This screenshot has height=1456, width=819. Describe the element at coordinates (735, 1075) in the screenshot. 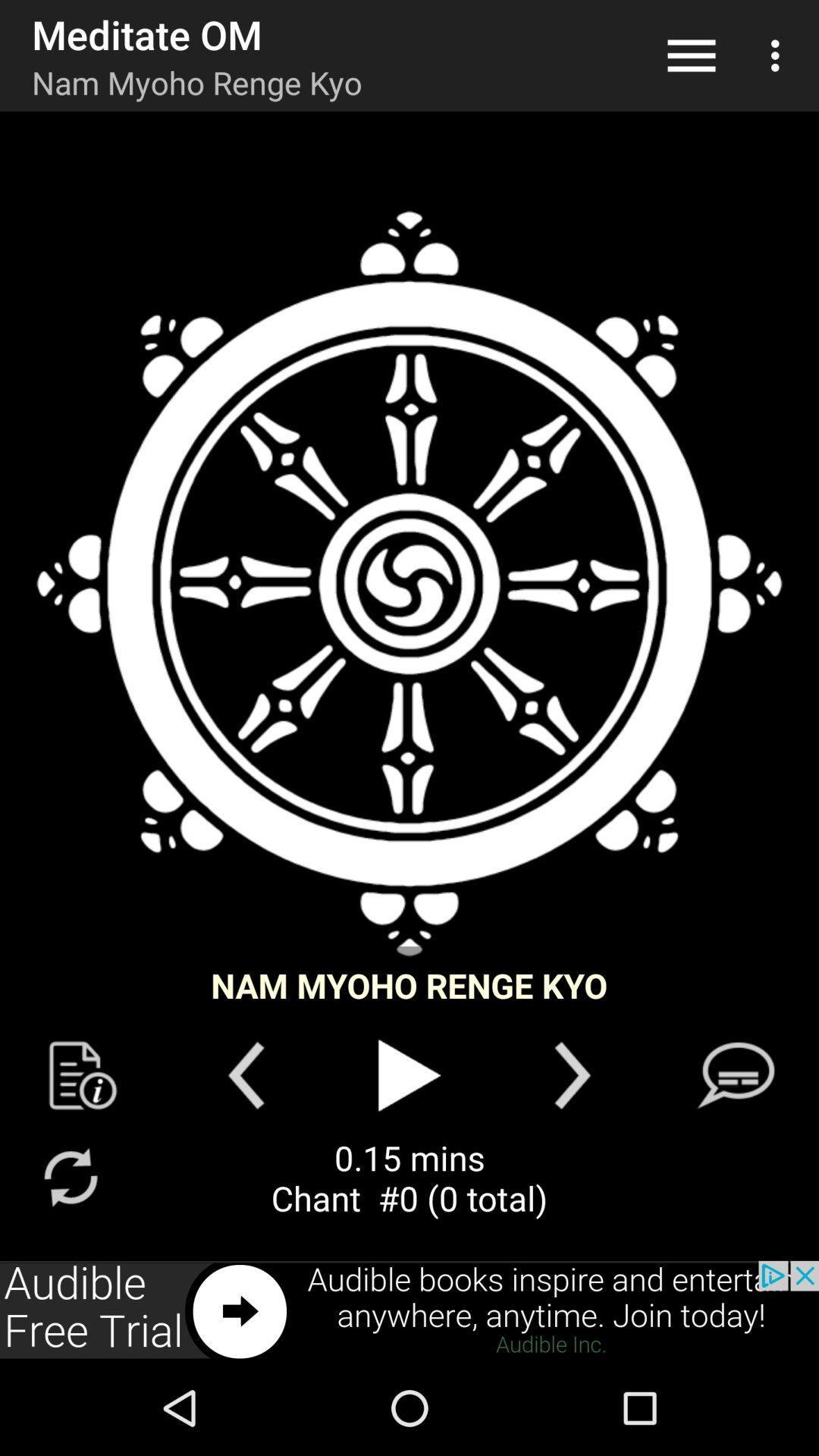

I see `social function` at that location.